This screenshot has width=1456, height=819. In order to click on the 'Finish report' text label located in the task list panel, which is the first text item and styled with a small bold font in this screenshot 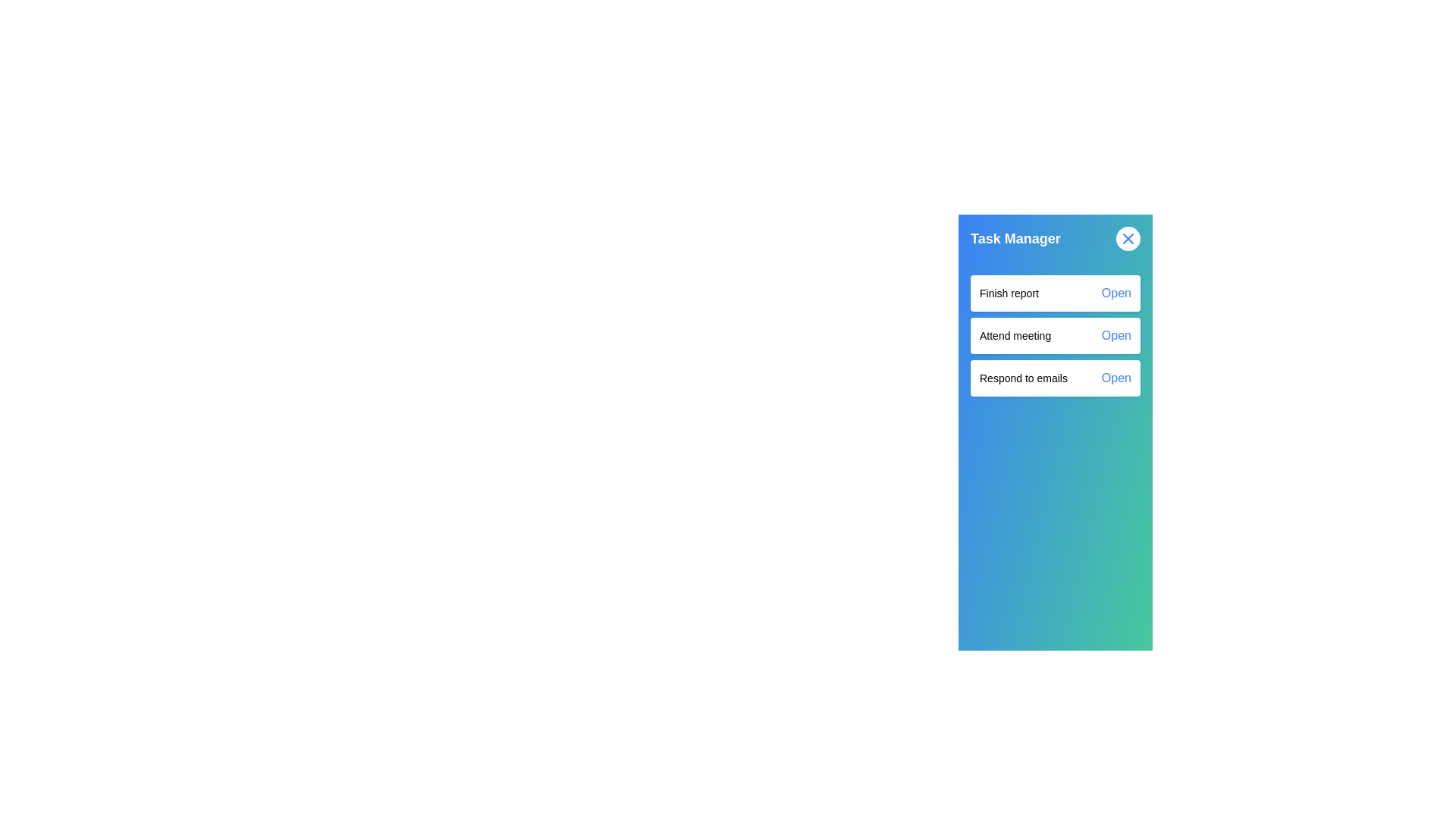, I will do `click(1009, 293)`.